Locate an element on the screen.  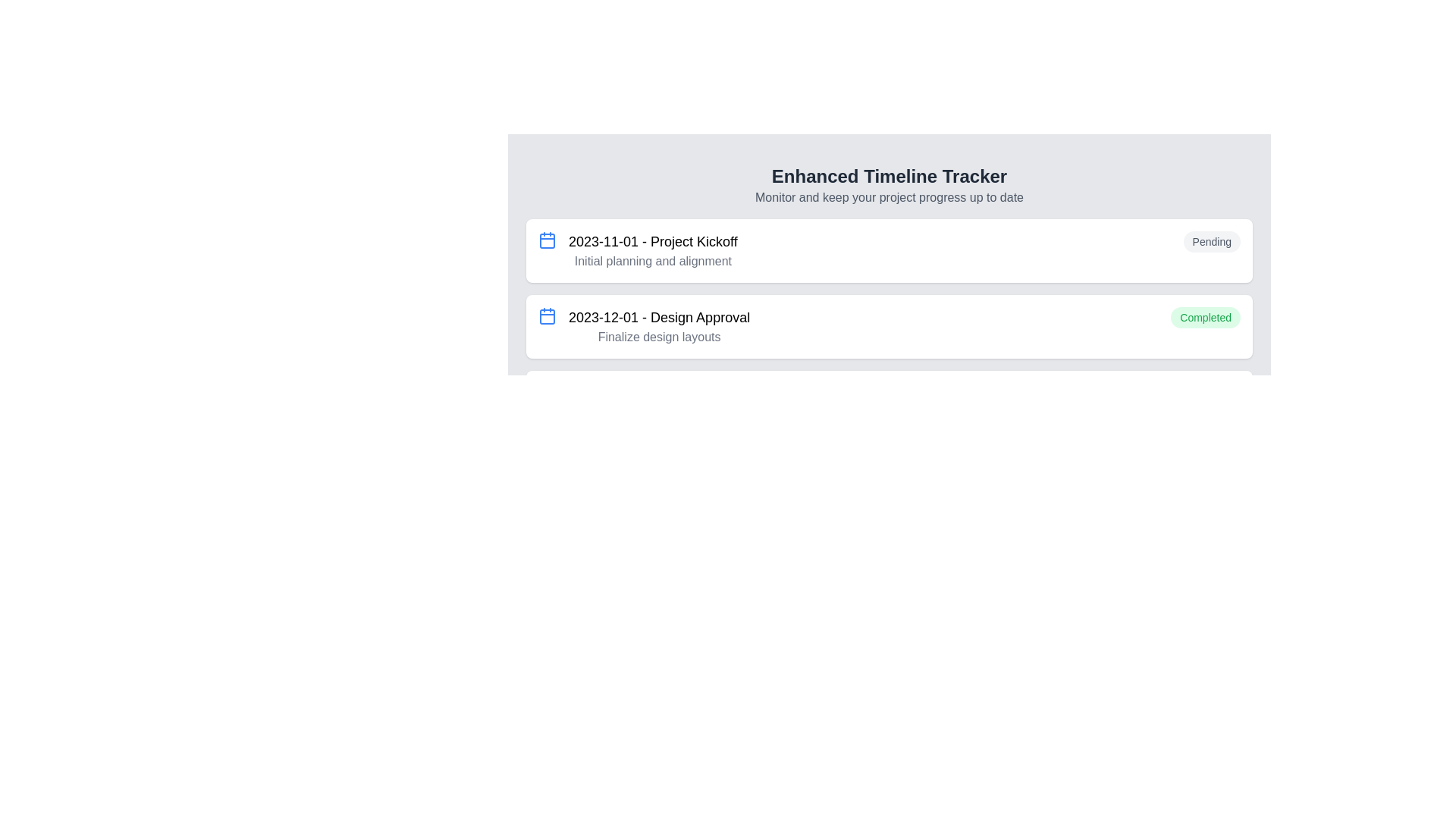
the static Text label providing contextual information for the timeline event 'Project Kickoff', located beneath the heading '2023-11-01 - Project Kickoff' is located at coordinates (653, 260).